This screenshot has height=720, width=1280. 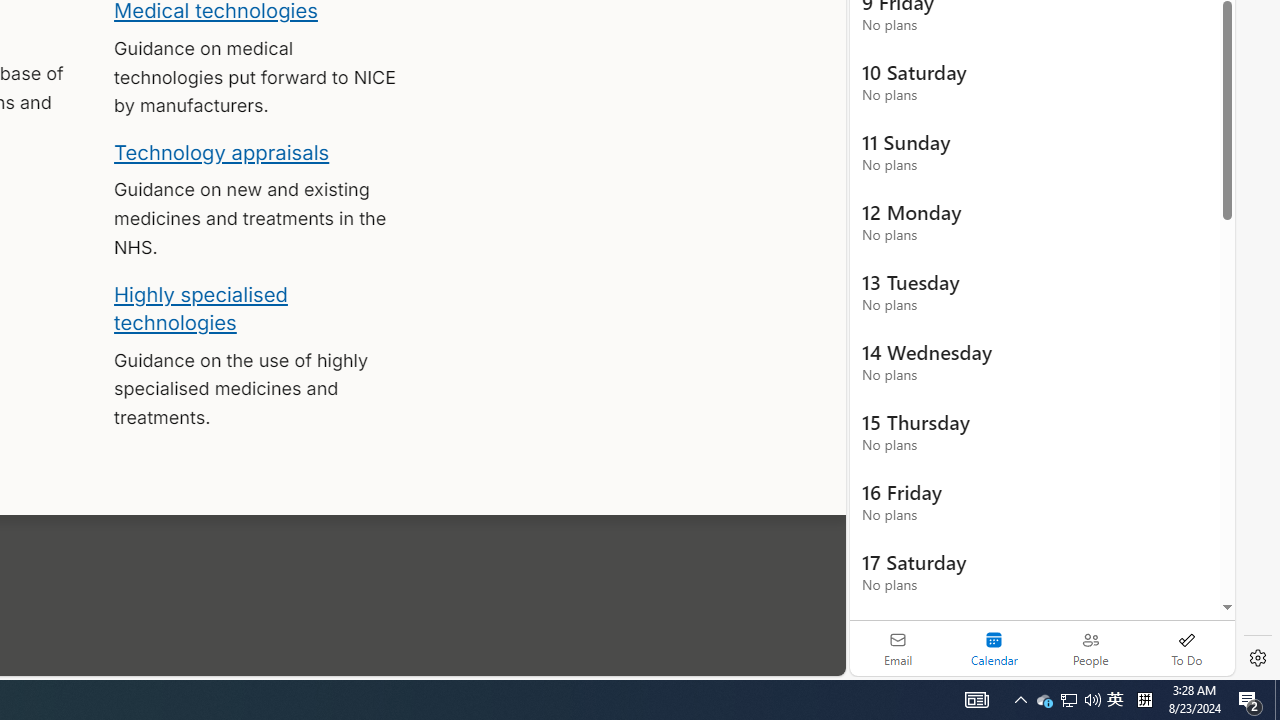 I want to click on 'Highly specialised technologies', so click(x=200, y=308).